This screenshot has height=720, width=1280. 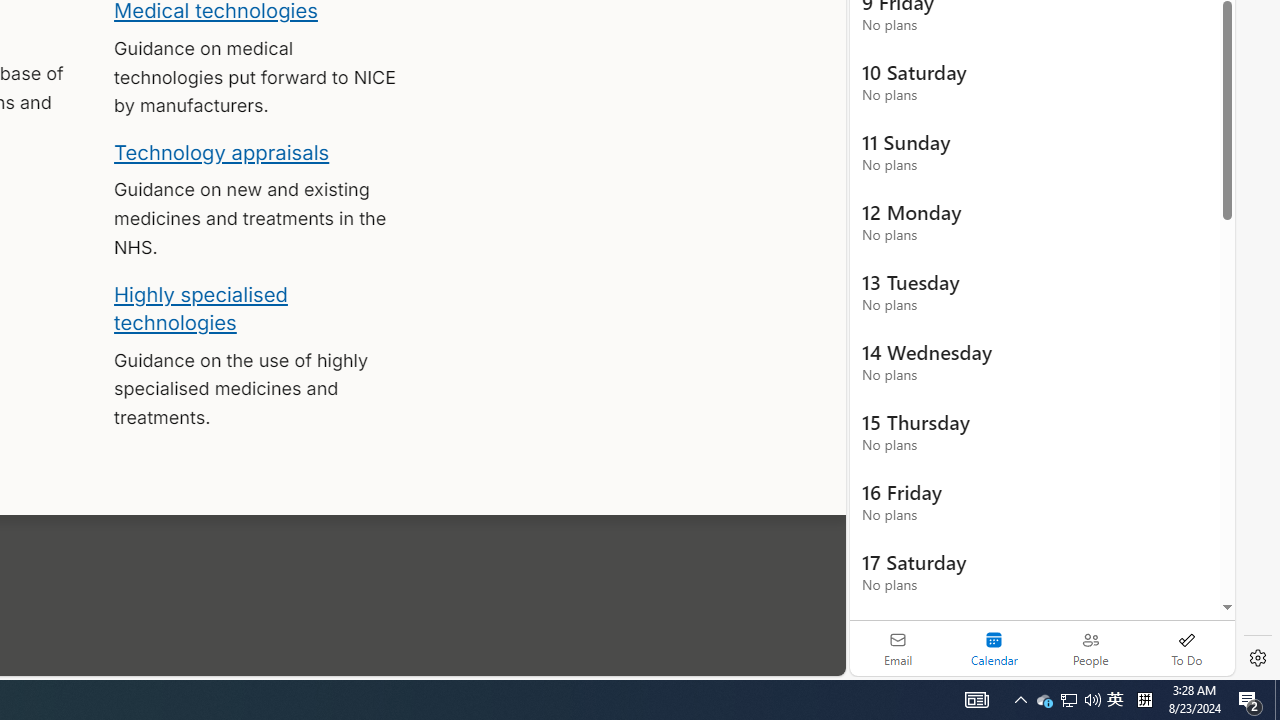 I want to click on 'Highly specialised technologies', so click(x=200, y=308).